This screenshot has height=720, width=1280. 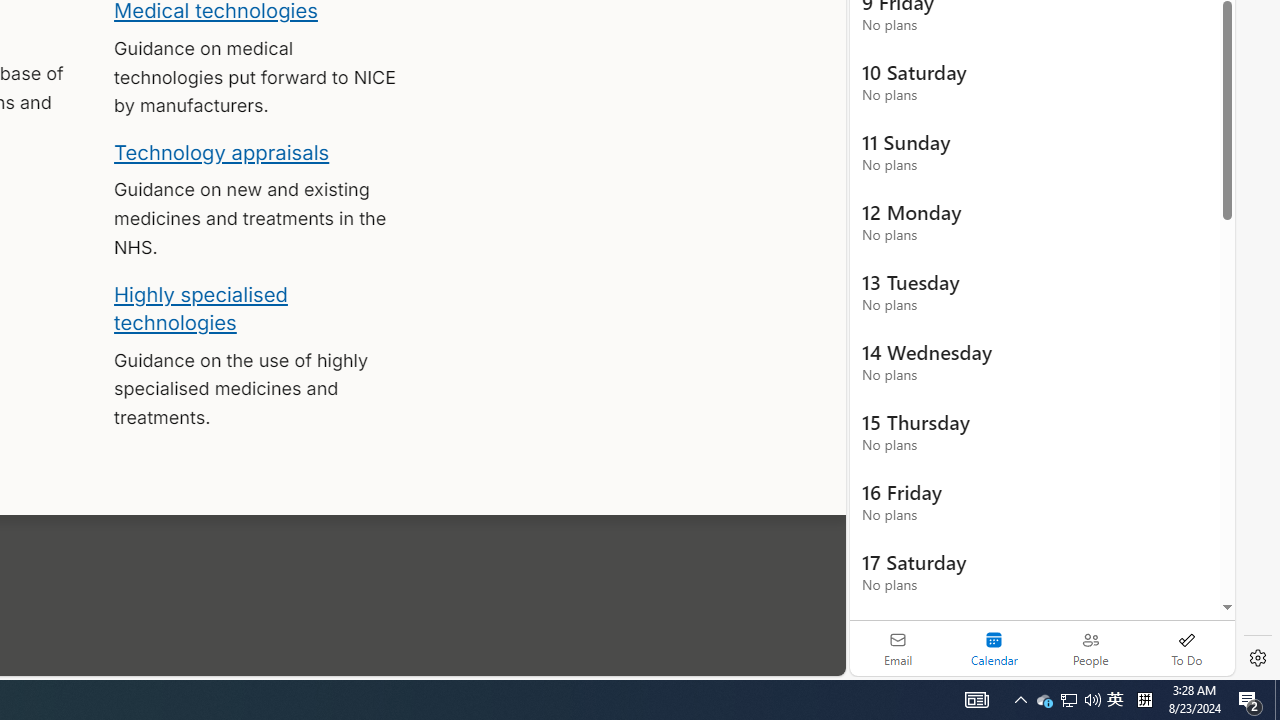 I want to click on 'Highly specialised technologies', so click(x=200, y=308).